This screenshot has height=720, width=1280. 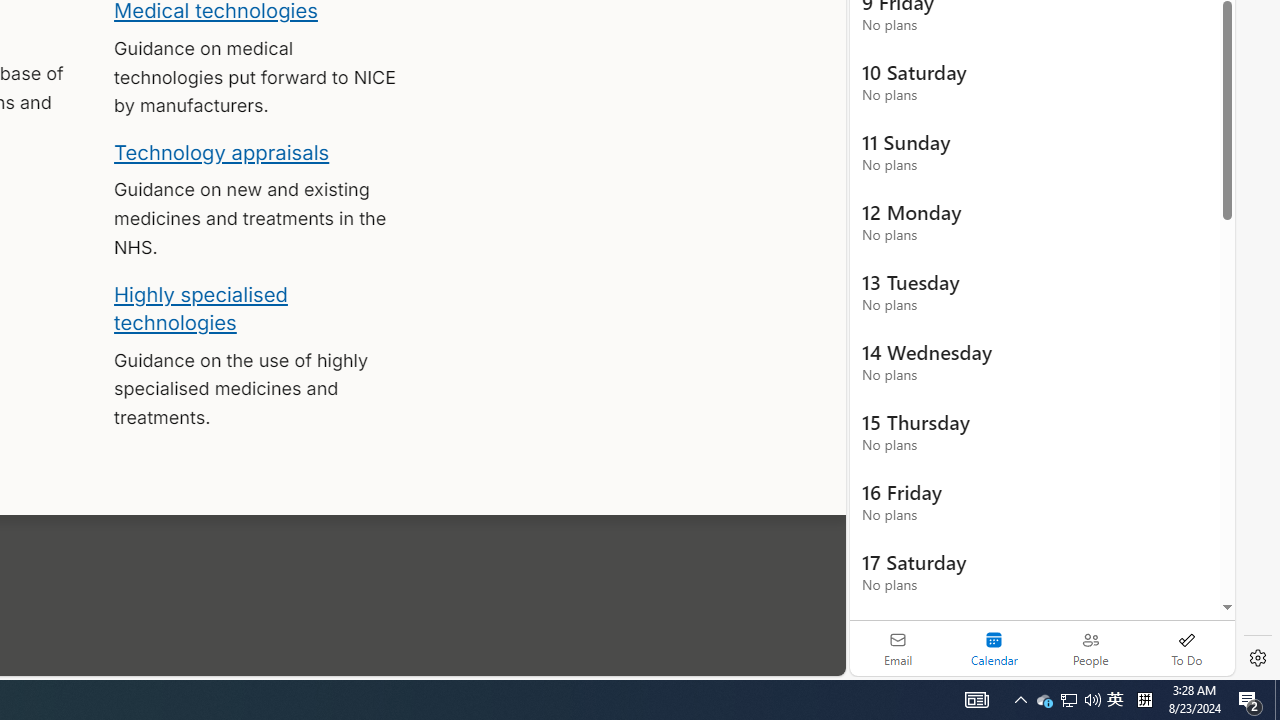 I want to click on 'Highly specialised technologies', so click(x=200, y=308).